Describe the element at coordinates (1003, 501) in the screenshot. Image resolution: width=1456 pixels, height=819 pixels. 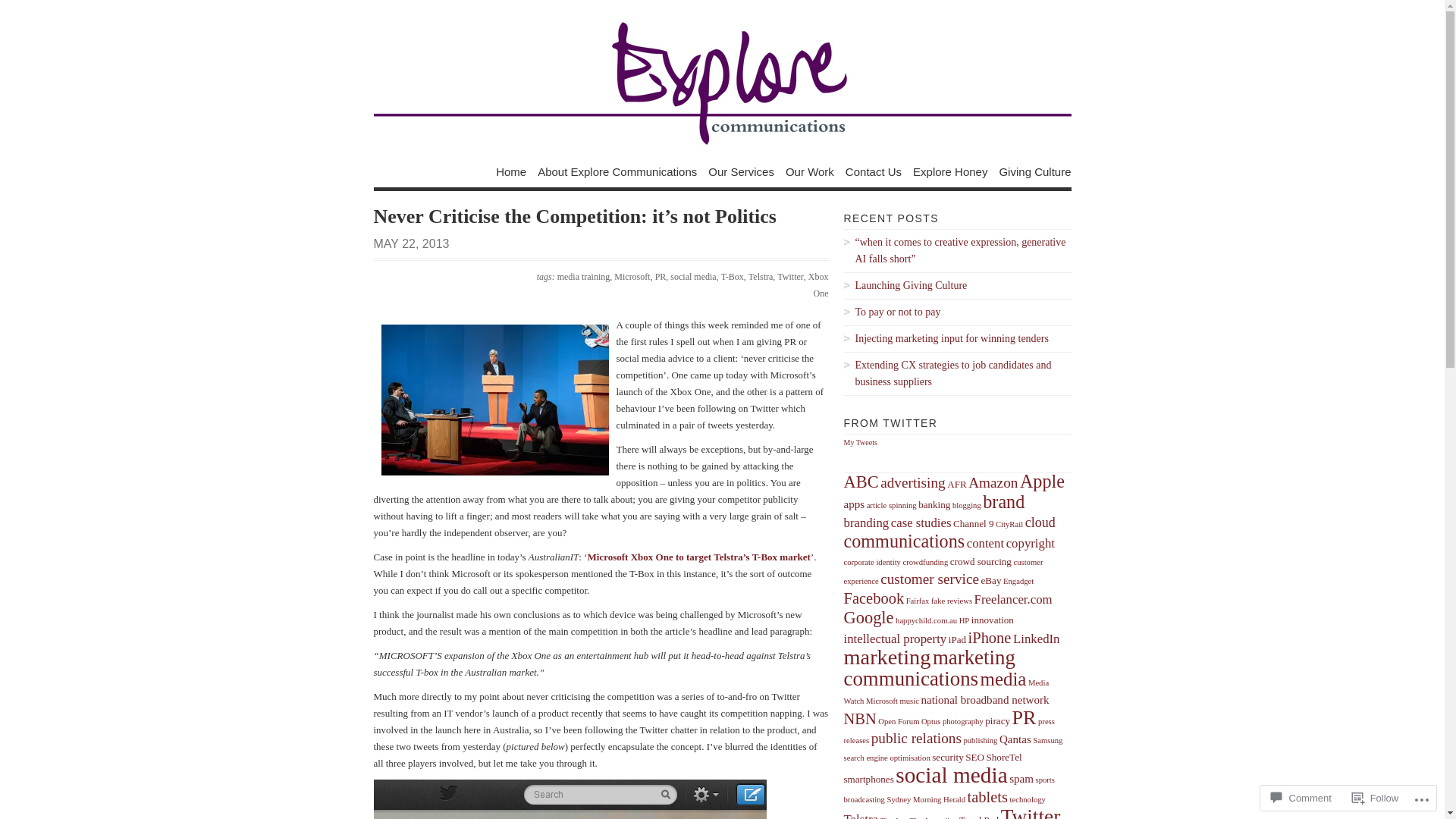
I see `'brand'` at that location.